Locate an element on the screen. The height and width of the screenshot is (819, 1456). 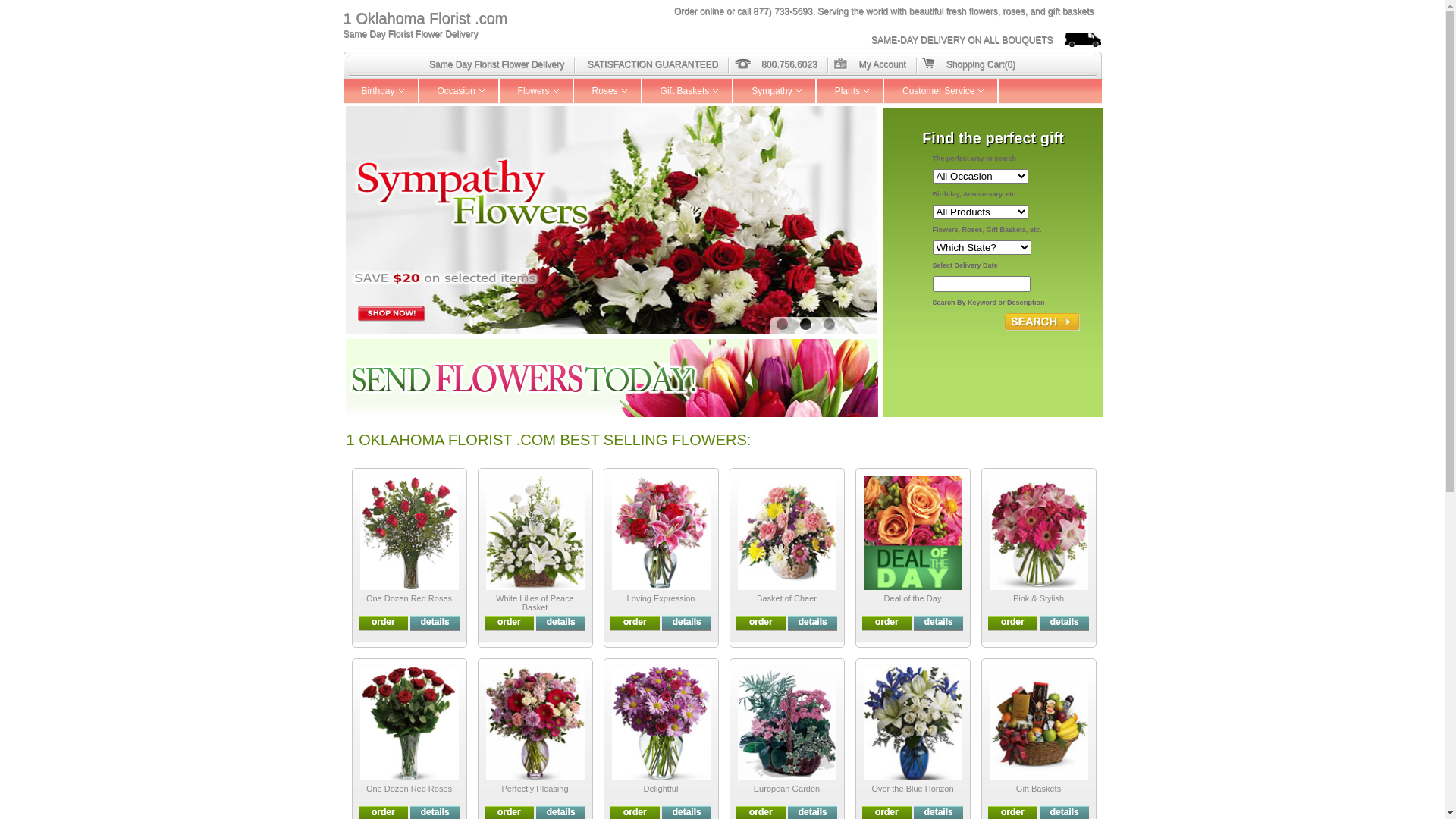
'One Dozen Red Roses' is located at coordinates (409, 788).